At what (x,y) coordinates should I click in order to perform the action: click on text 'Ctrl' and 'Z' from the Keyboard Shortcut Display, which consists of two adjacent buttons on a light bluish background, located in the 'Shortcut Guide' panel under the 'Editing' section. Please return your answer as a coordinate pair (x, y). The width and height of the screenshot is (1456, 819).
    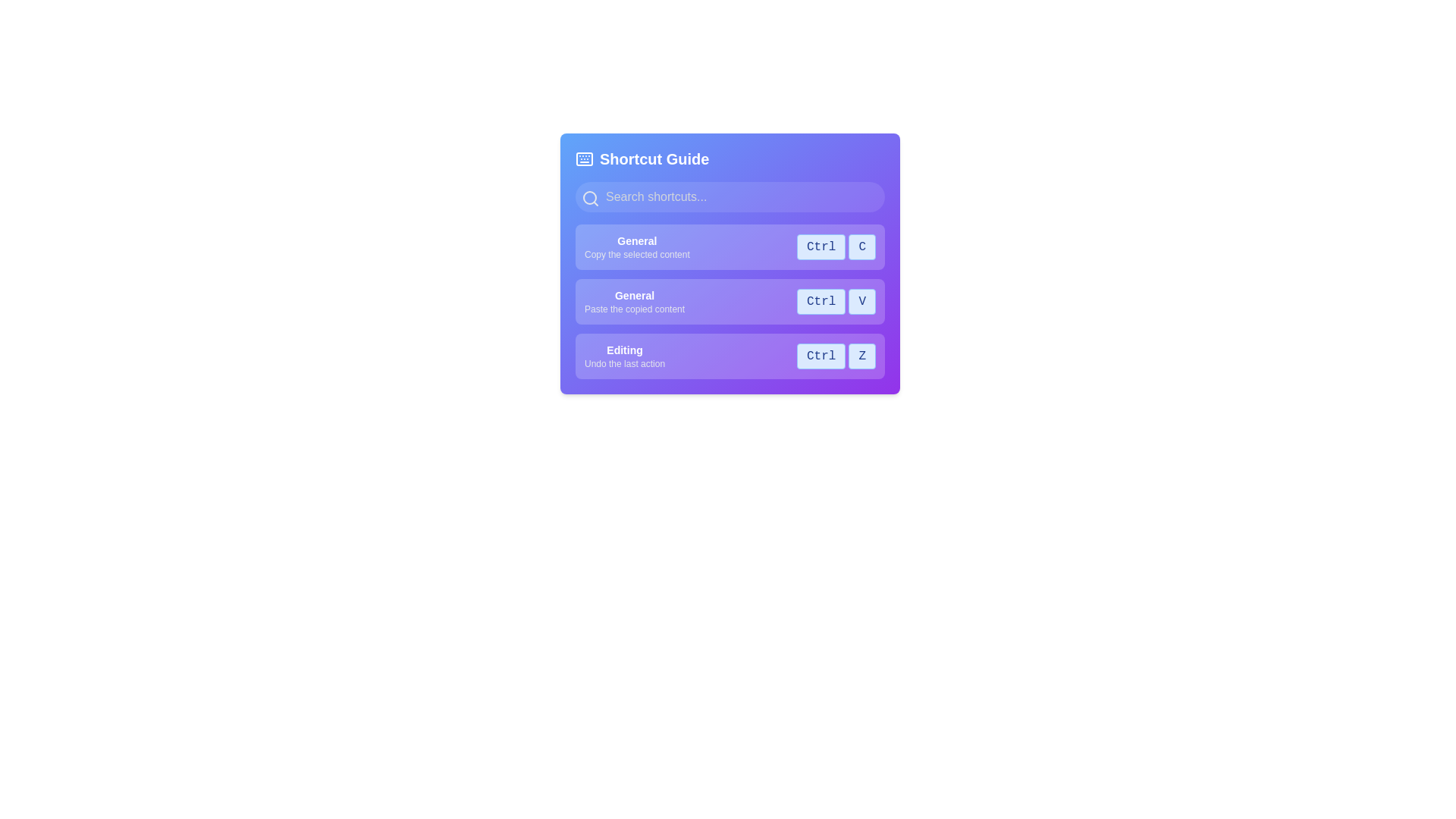
    Looking at the image, I should click on (836, 356).